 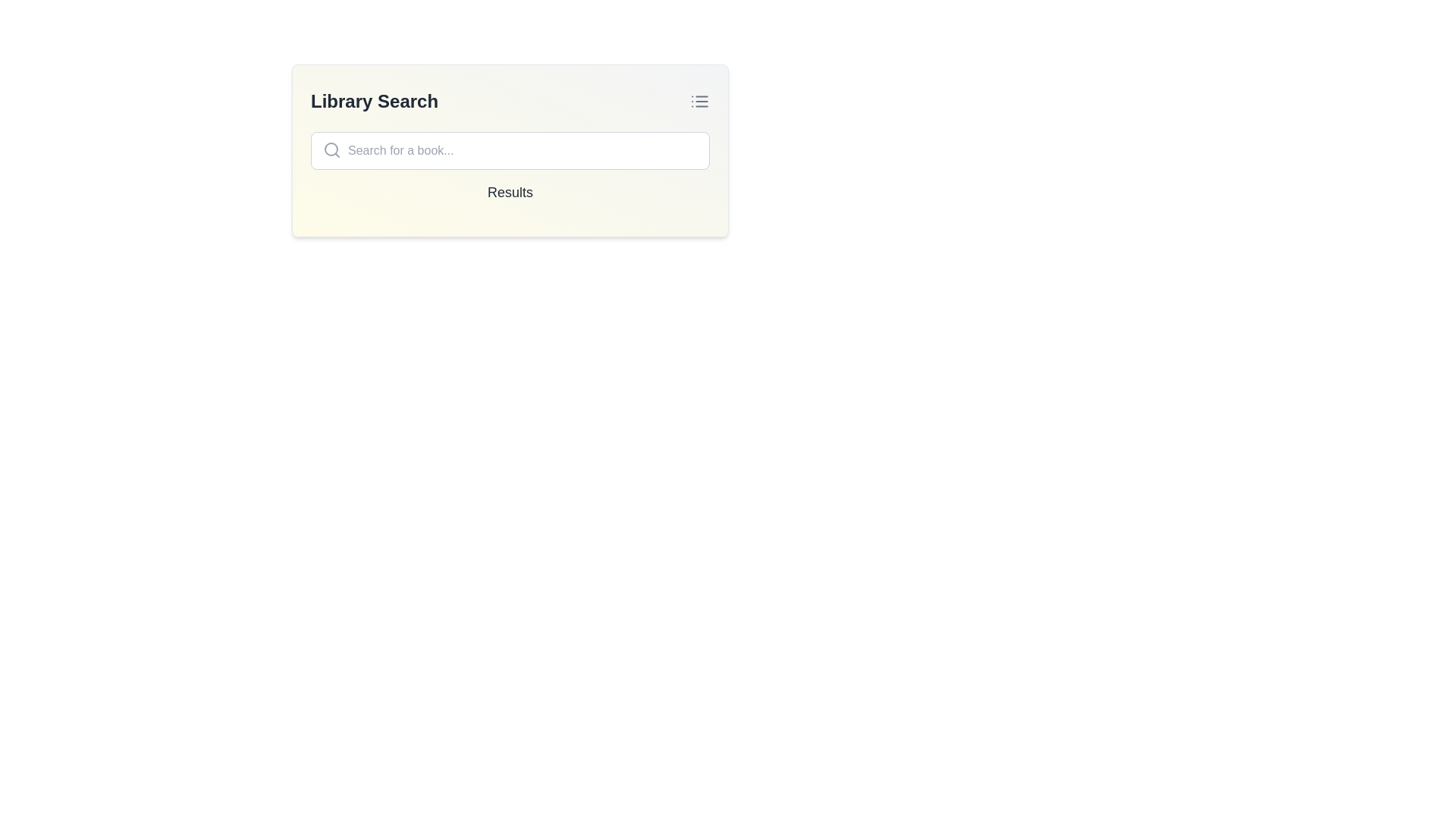 What do you see at coordinates (375, 102) in the screenshot?
I see `the bold-text header labeled 'Library Search', which is positioned at the top left of the panel and is the first component in the sequence` at bounding box center [375, 102].